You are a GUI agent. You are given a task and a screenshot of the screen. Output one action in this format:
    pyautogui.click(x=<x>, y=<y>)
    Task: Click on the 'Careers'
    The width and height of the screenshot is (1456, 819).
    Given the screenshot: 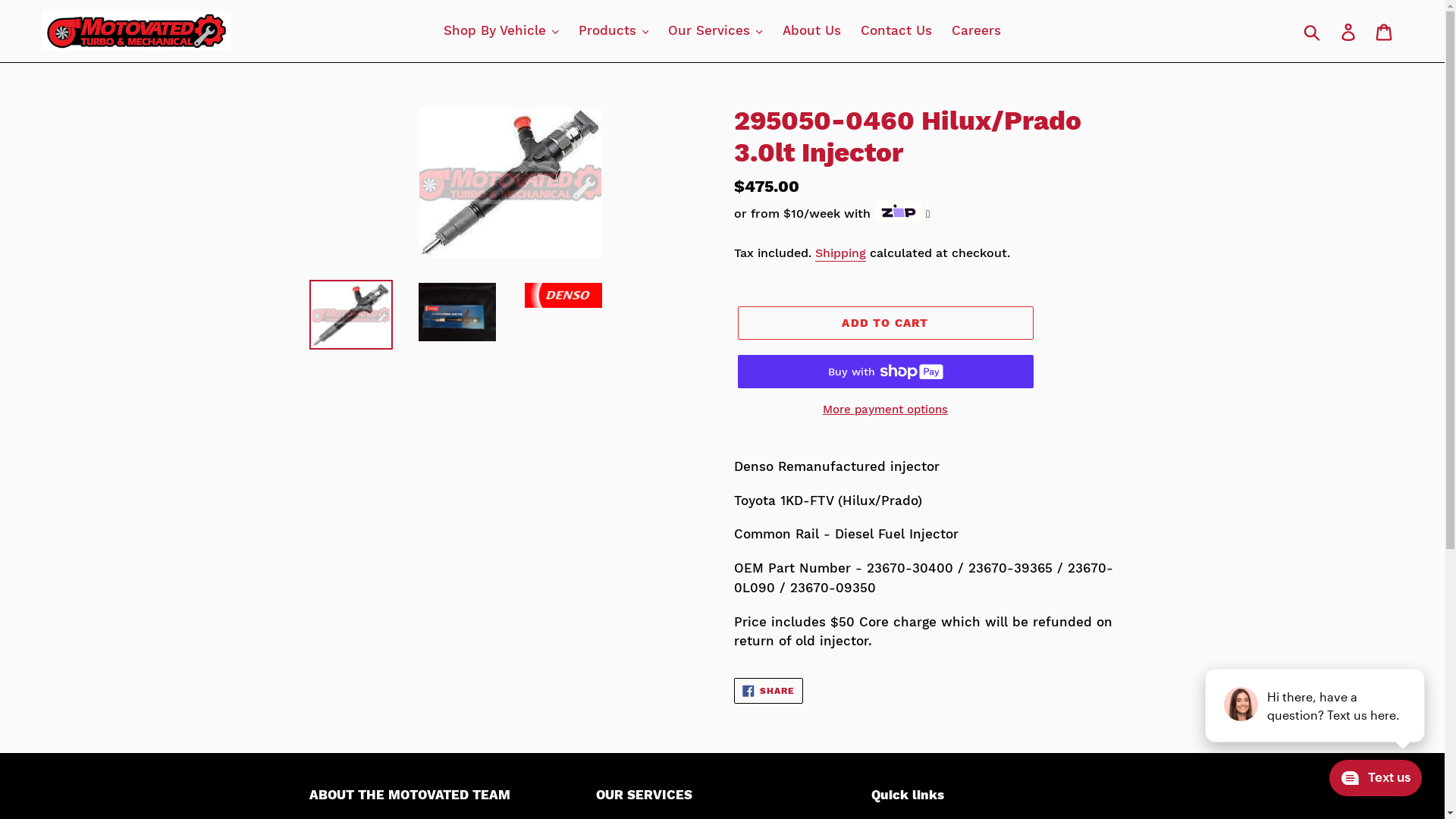 What is the action you would take?
    pyautogui.click(x=943, y=31)
    